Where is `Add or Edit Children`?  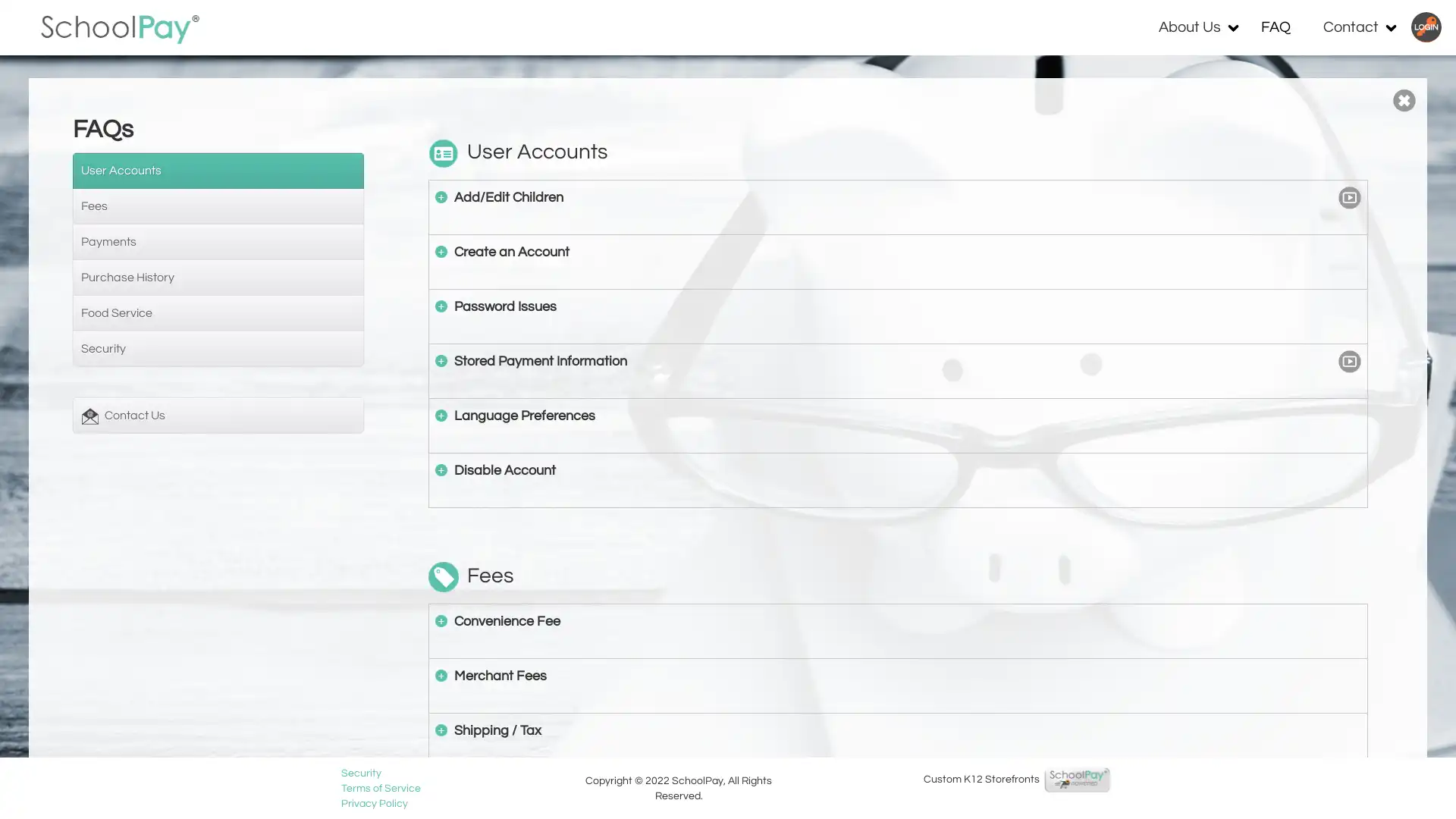 Add or Edit Children is located at coordinates (440, 195).